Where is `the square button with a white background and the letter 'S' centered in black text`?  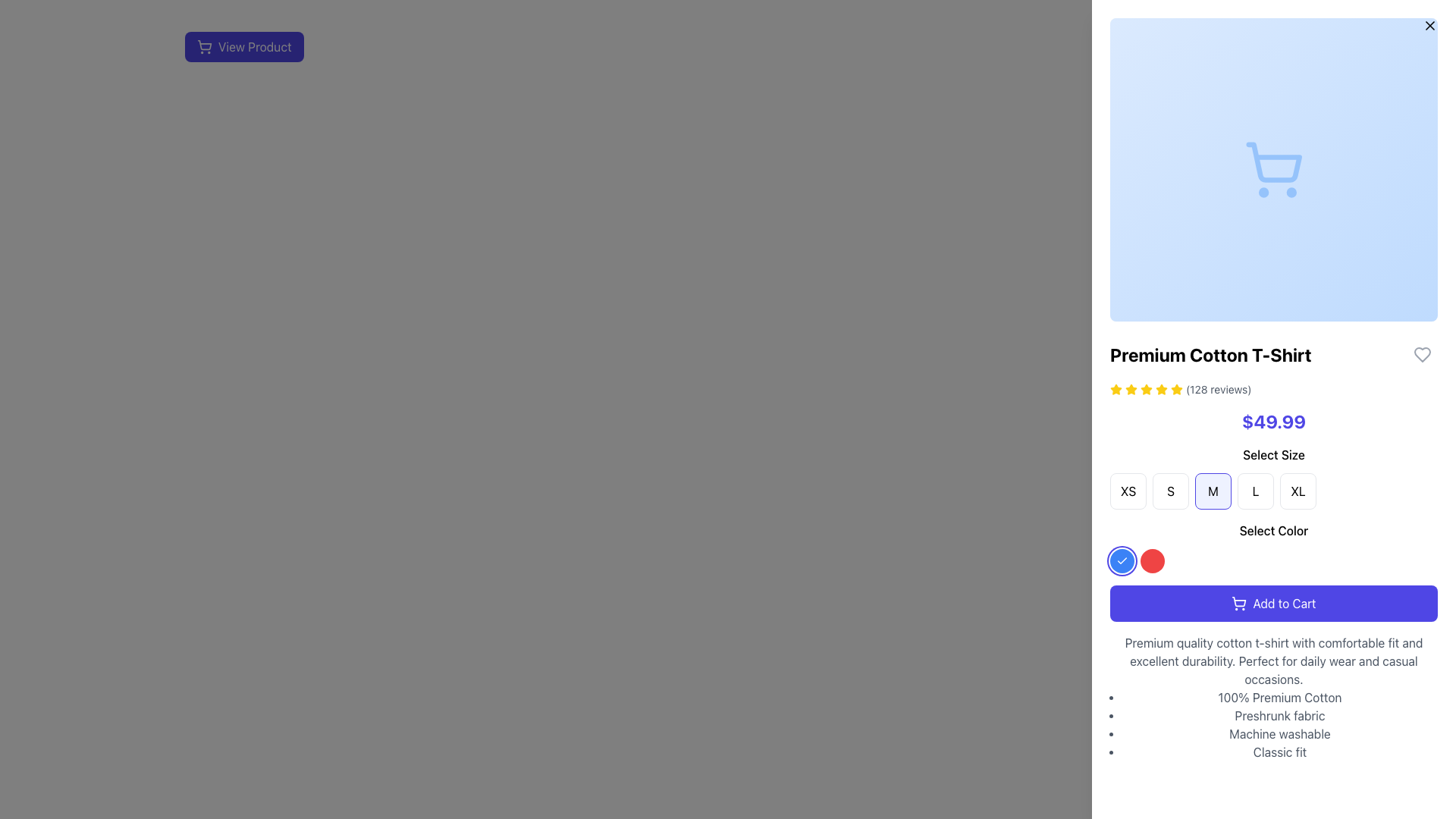 the square button with a white background and the letter 'S' centered in black text is located at coordinates (1170, 491).